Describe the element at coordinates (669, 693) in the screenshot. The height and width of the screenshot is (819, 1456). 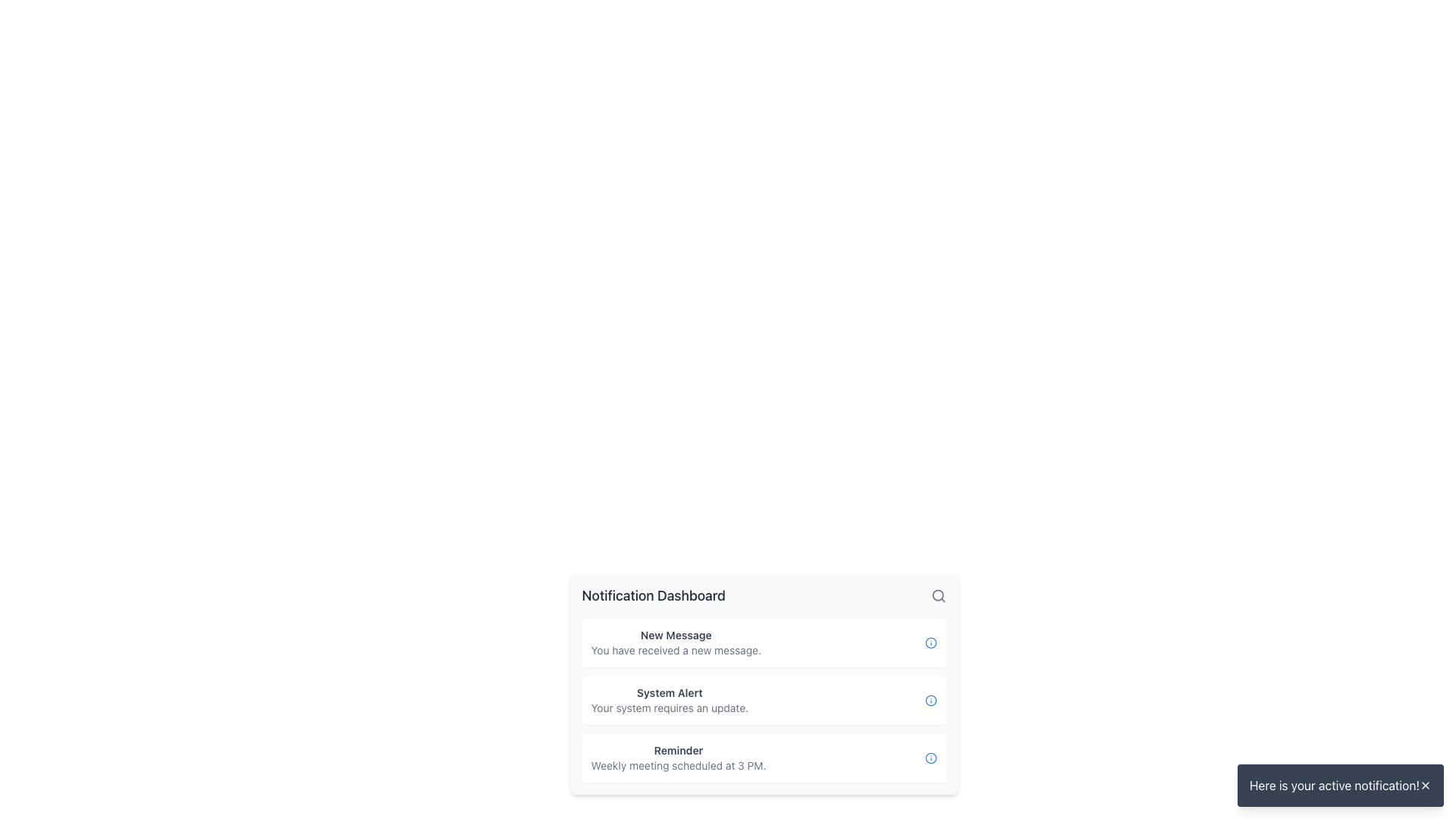
I see `the text label that serves as a title or header for the notification` at that location.